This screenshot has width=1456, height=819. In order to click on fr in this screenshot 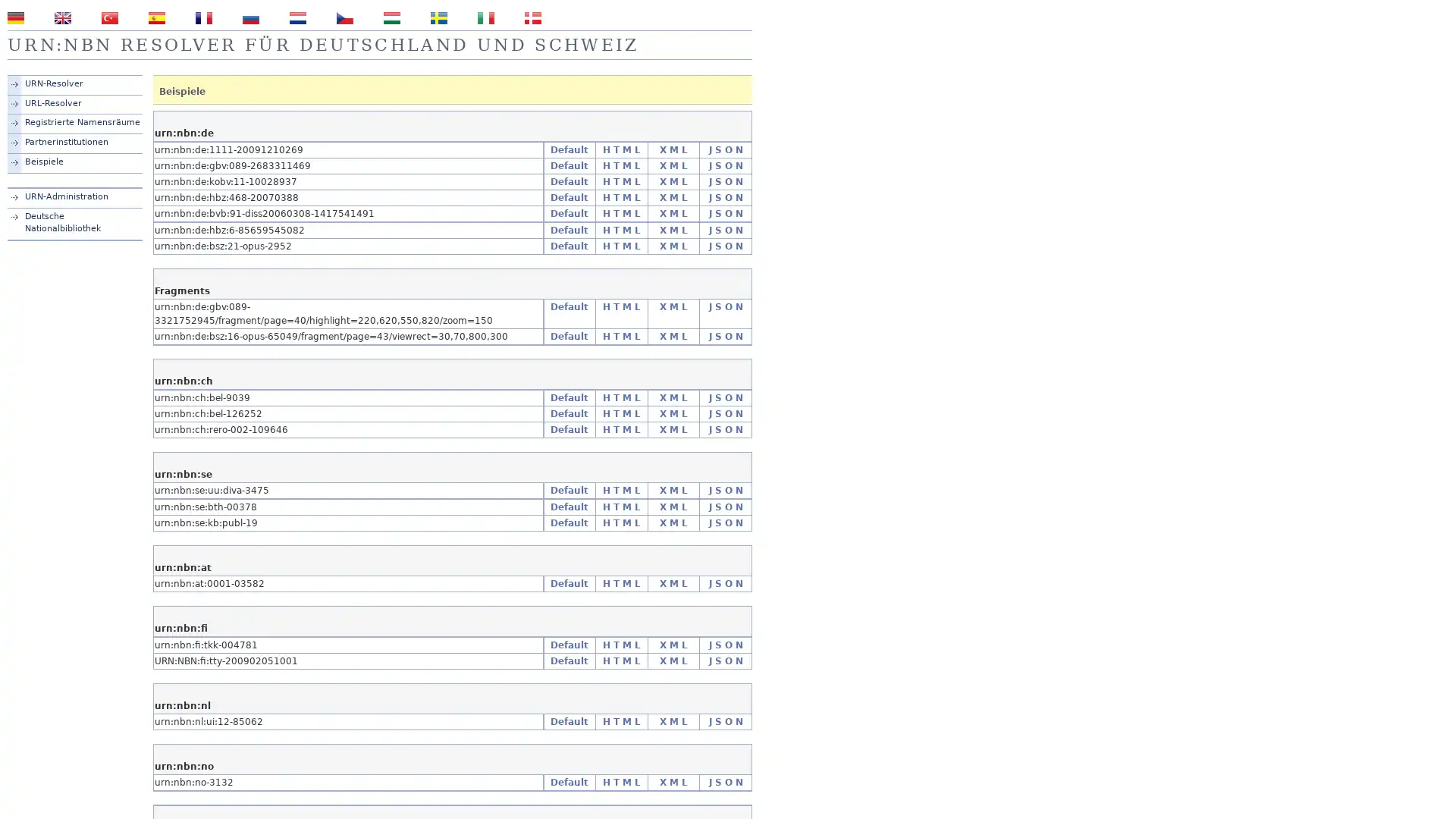, I will do `click(202, 17)`.